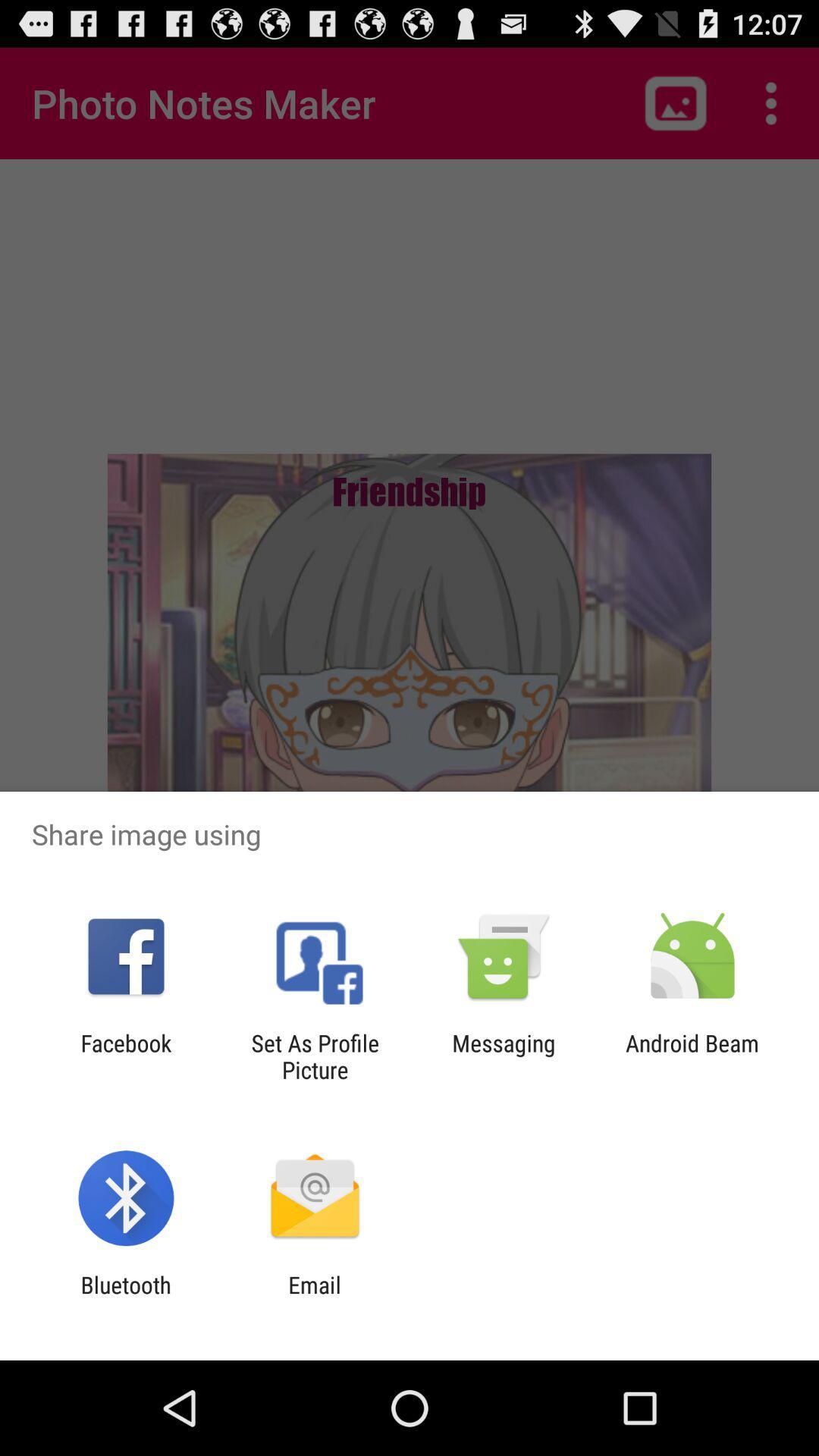 Image resolution: width=819 pixels, height=1456 pixels. Describe the element at coordinates (504, 1056) in the screenshot. I see `item to the right of set as profile item` at that location.